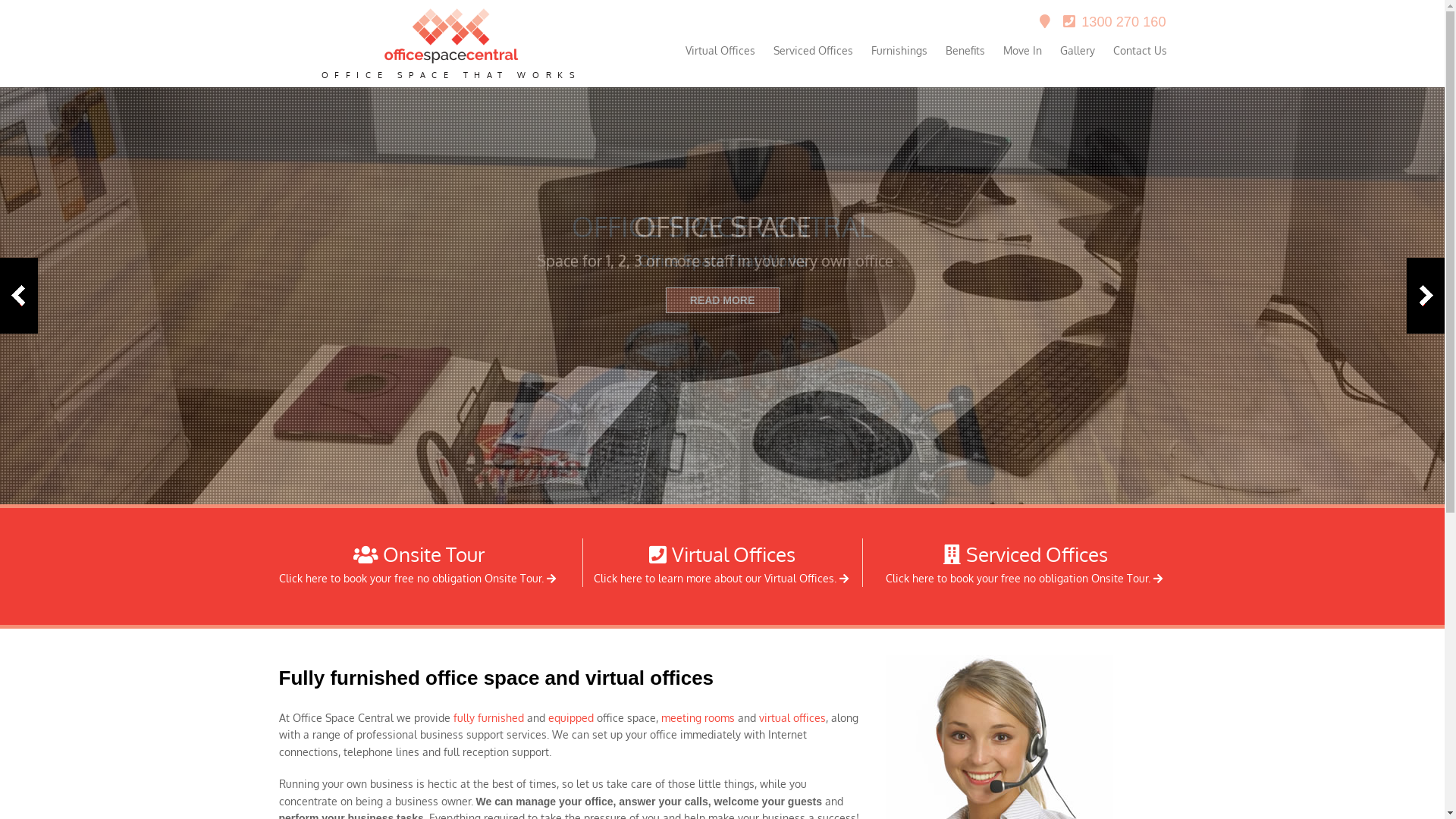  I want to click on ' Onsite Tour', so click(419, 554).